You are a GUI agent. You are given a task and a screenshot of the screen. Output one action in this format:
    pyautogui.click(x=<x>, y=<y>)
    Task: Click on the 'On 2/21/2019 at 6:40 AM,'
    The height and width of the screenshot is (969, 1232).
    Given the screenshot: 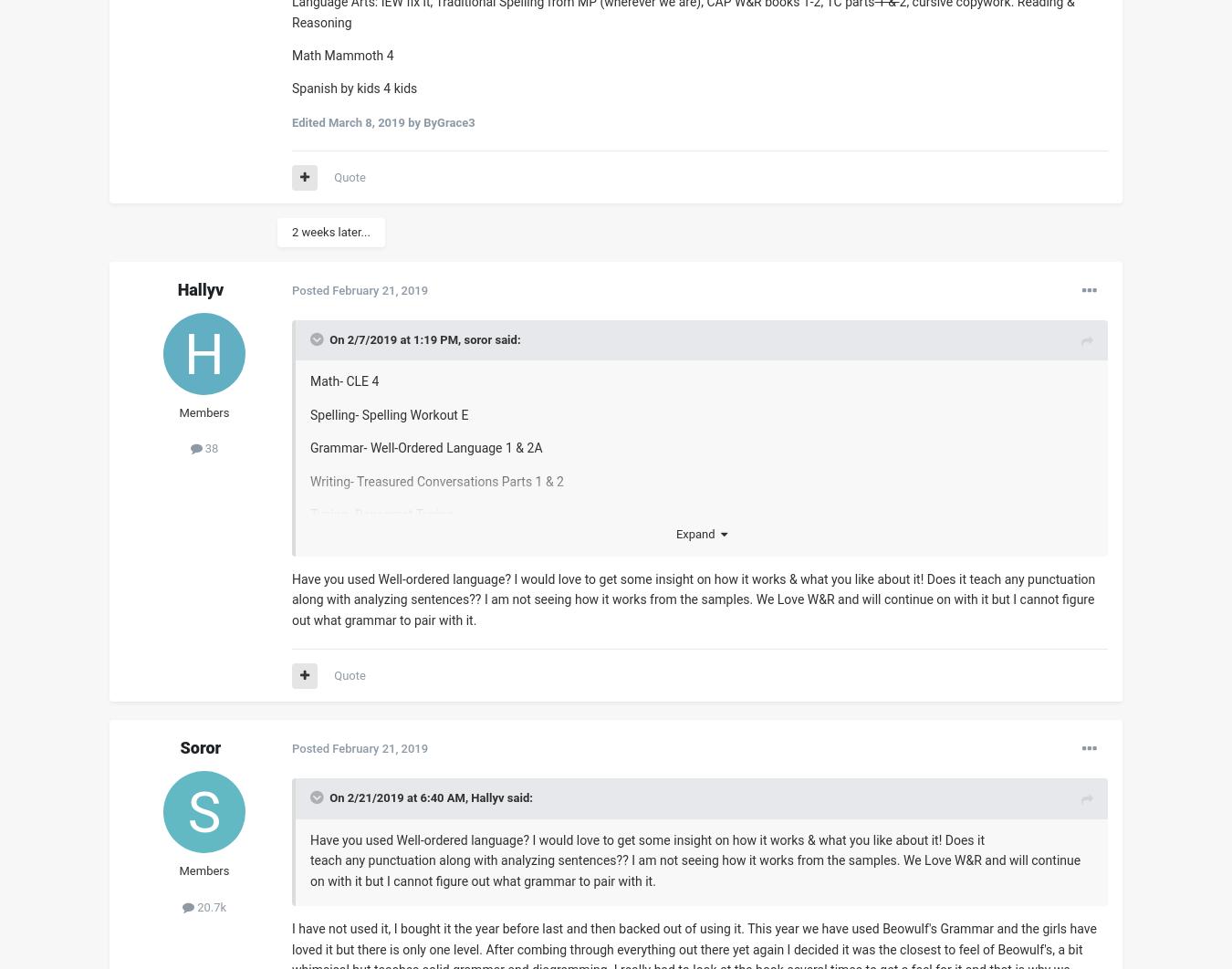 What is the action you would take?
    pyautogui.click(x=329, y=797)
    